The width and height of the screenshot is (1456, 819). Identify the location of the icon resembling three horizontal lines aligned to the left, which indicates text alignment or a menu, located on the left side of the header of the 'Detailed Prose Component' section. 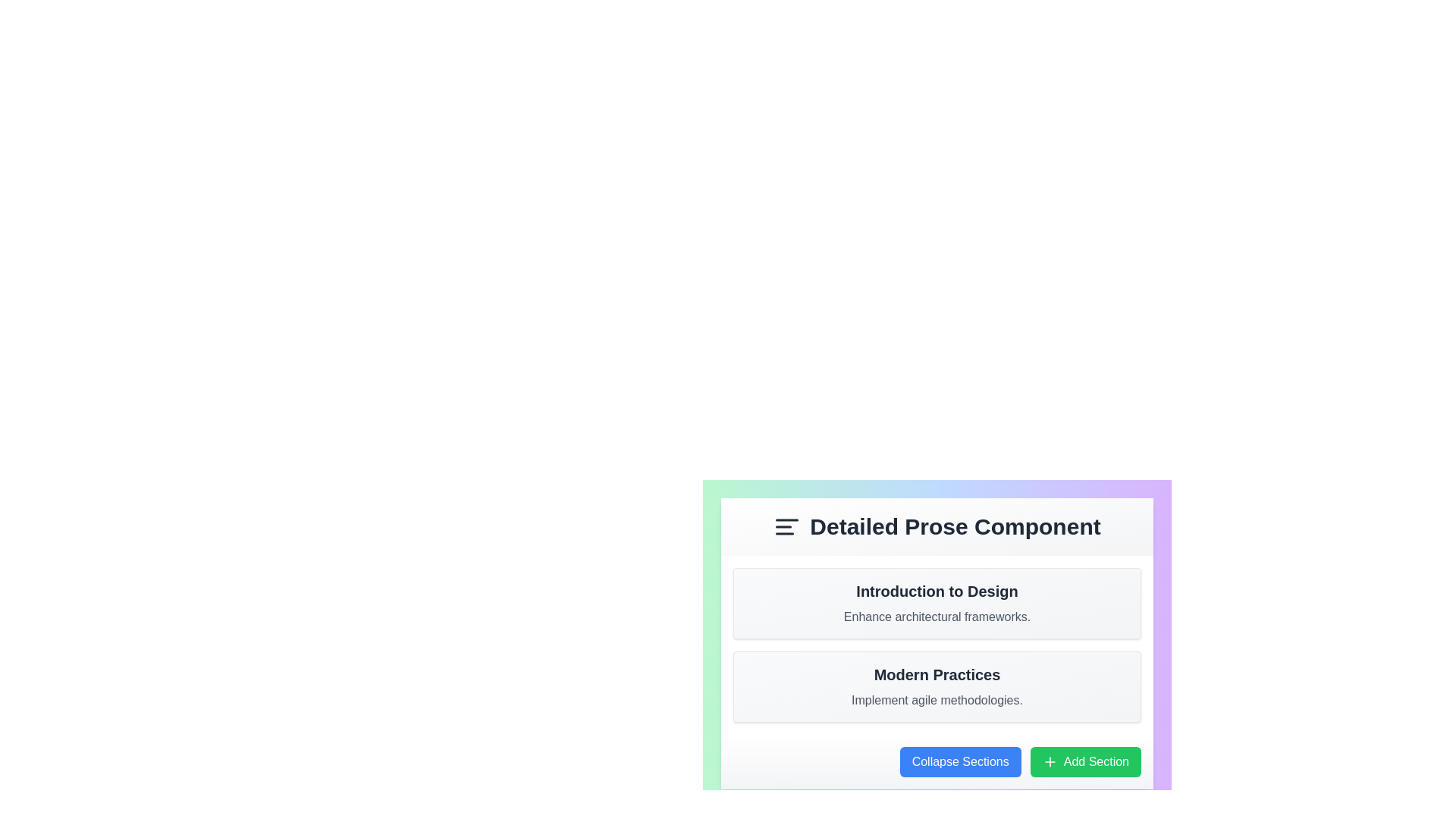
(787, 526).